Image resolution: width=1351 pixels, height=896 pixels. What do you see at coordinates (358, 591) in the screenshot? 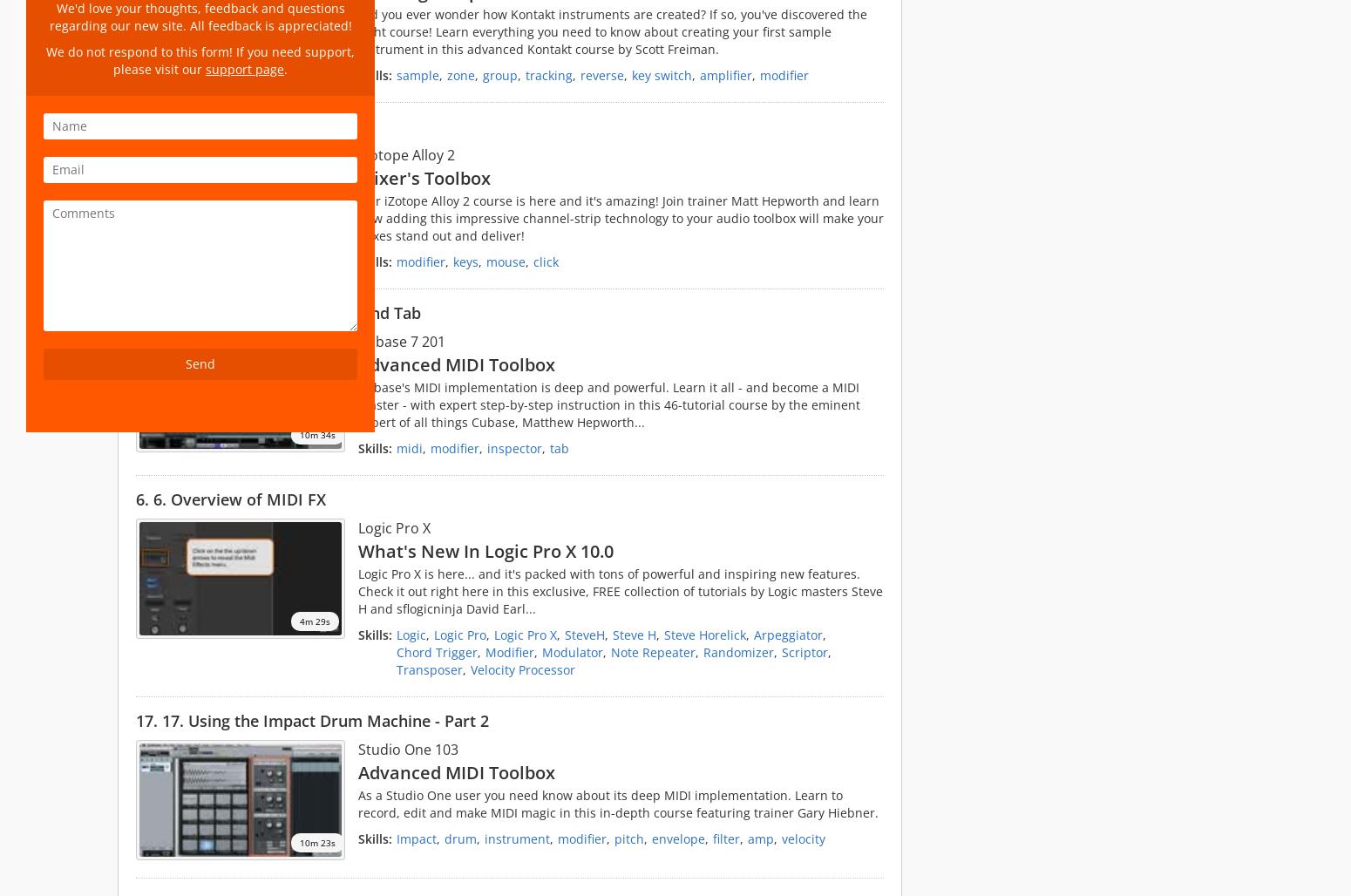
I see `'Logic Pro X is here... and it's packed with tons of powerful and inspiring new features. Check it out right here in this exclusive, FREE collection of tutorials by Logic masters Steve H and sflogicninja David Earl...'` at bounding box center [358, 591].